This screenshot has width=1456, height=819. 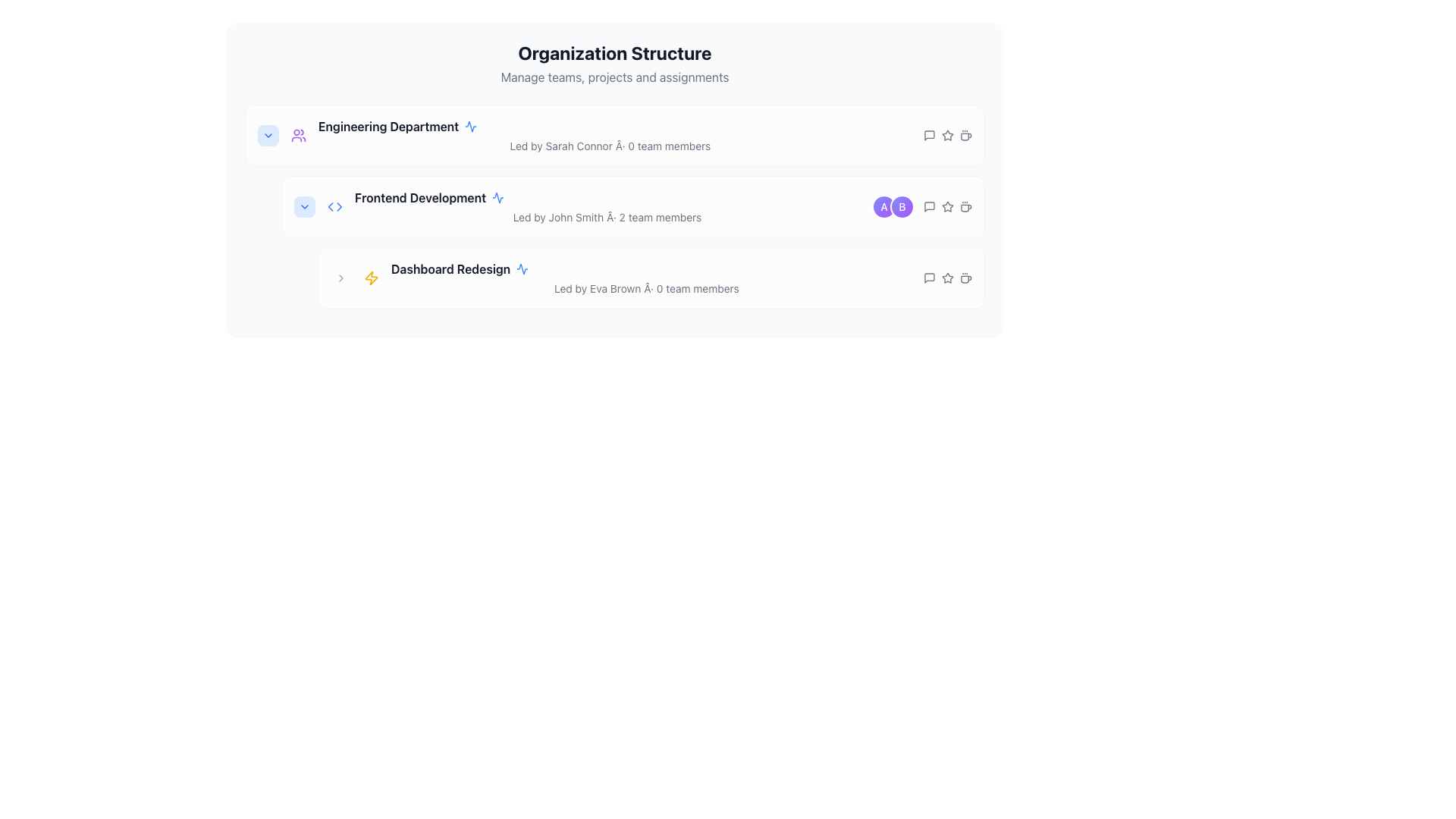 I want to click on details displayed in the informational block about the 'Frontend Development' project, which is located between the 'Engineering Department' and 'Dashboard Redesign' in the vertically-aligned list of team projects, so click(x=607, y=207).